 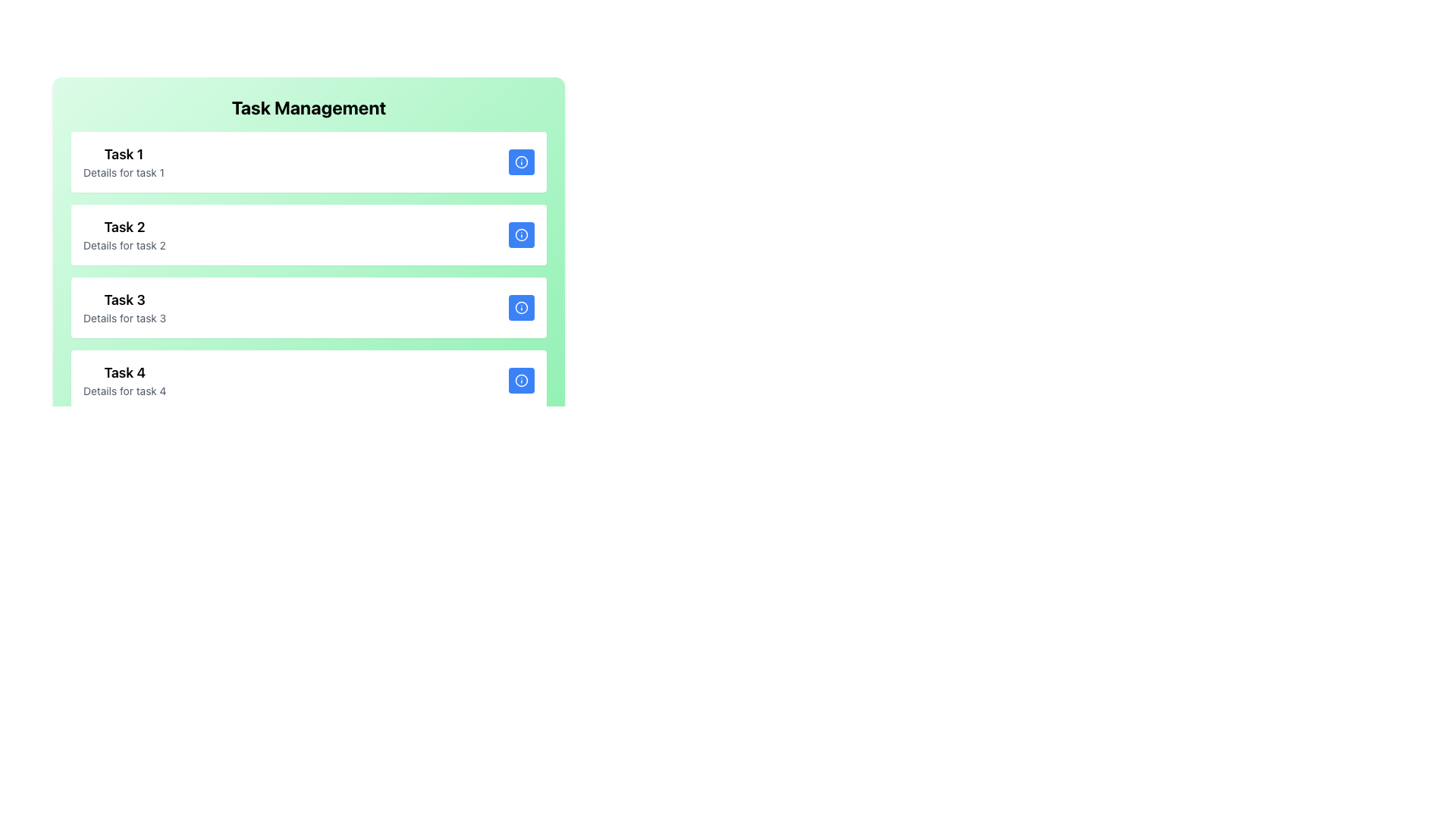 I want to click on the text label reading 'Details for task 2' which is styled in gray color and positioned under the title 'Task 2' in the second task card, so click(x=124, y=245).